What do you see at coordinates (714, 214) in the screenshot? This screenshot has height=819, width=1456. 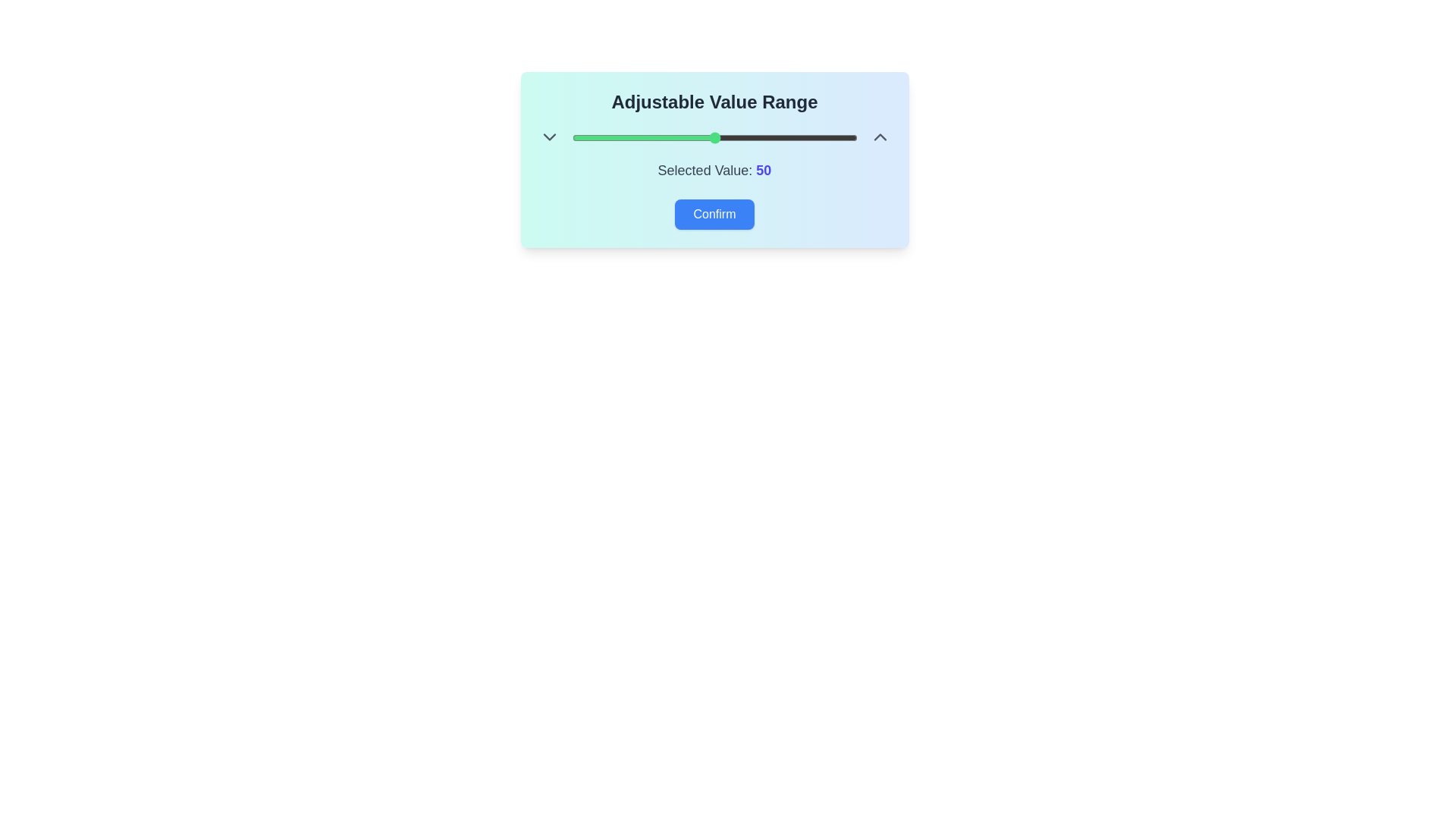 I see `the confirm button to submit the selected value` at bounding box center [714, 214].